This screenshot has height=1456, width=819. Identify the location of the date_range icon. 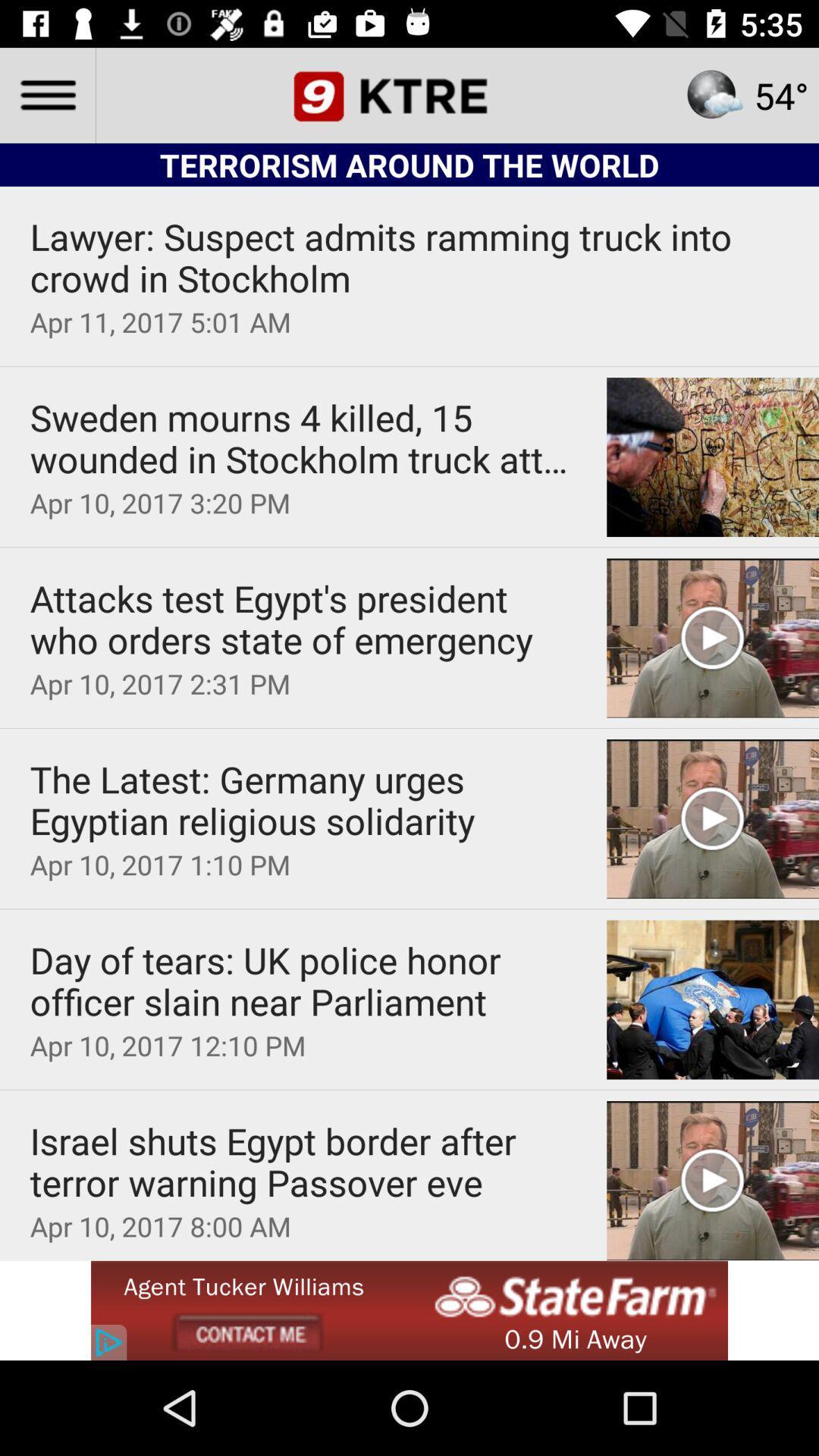
(409, 94).